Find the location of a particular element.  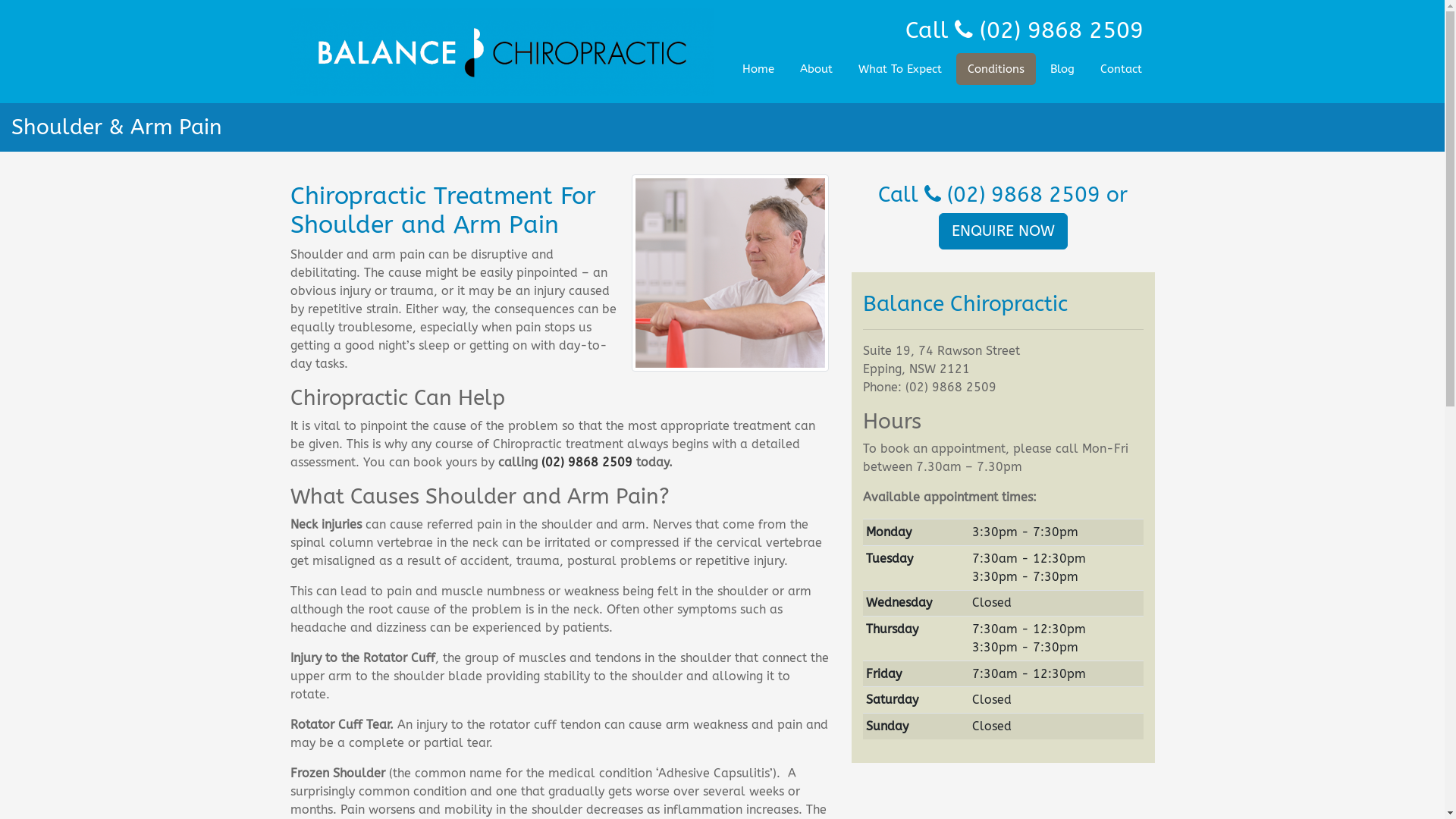

'Home' is located at coordinates (758, 69).